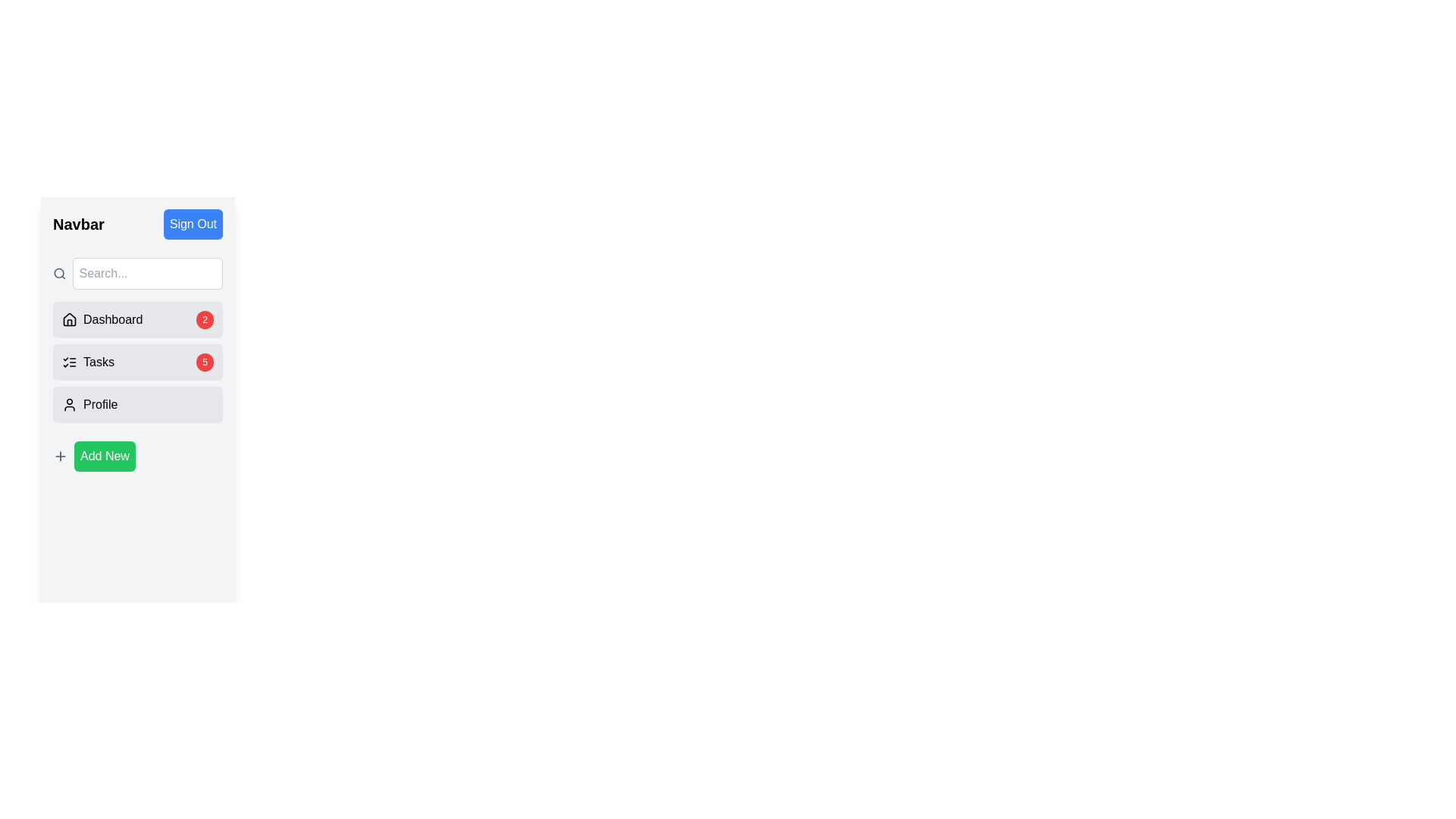 Image resolution: width=1456 pixels, height=819 pixels. Describe the element at coordinates (138, 318) in the screenshot. I see `the 'Dashboard' button with a house icon and badge showing '2'` at that location.